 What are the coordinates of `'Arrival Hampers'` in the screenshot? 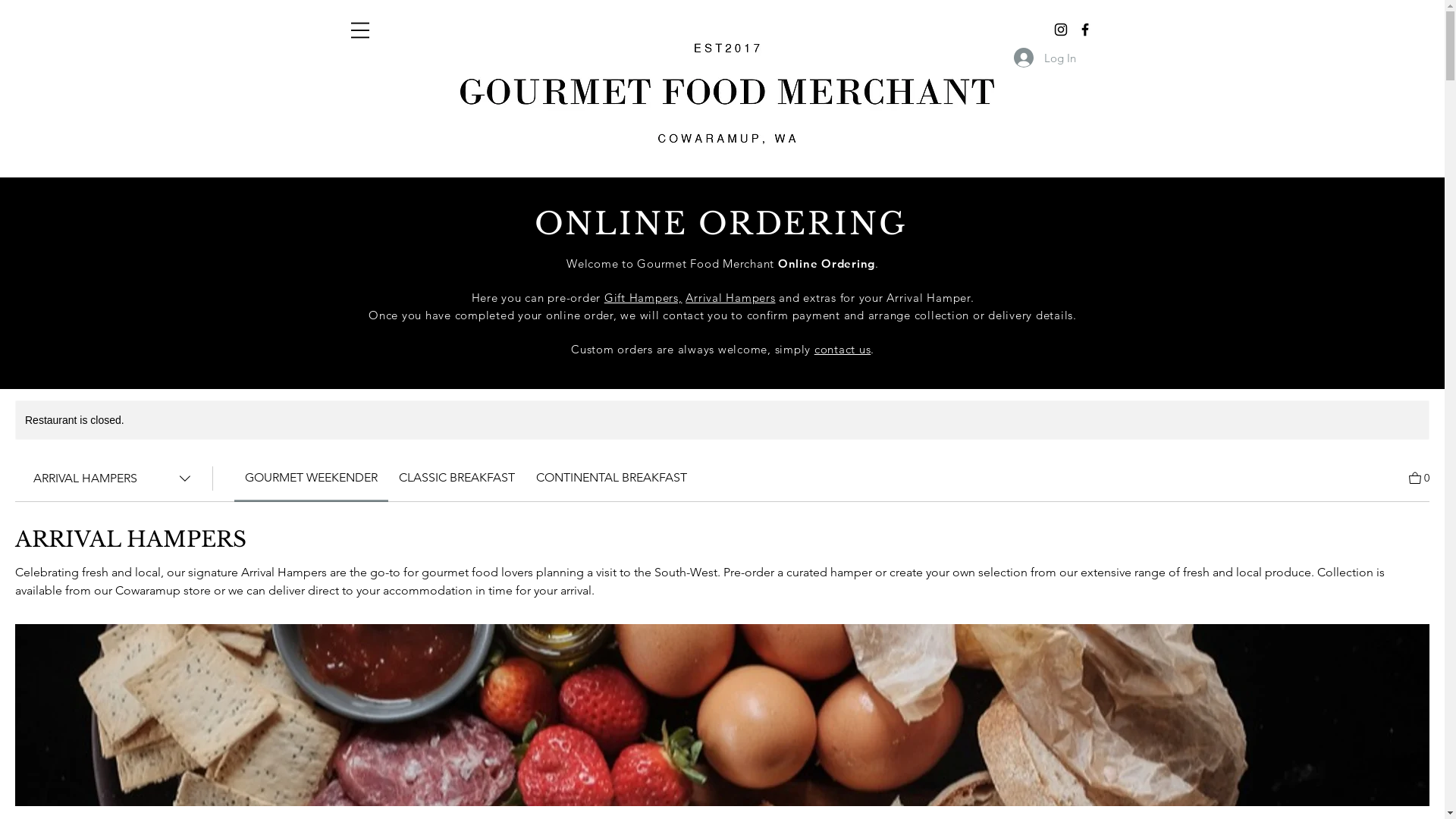 It's located at (730, 297).